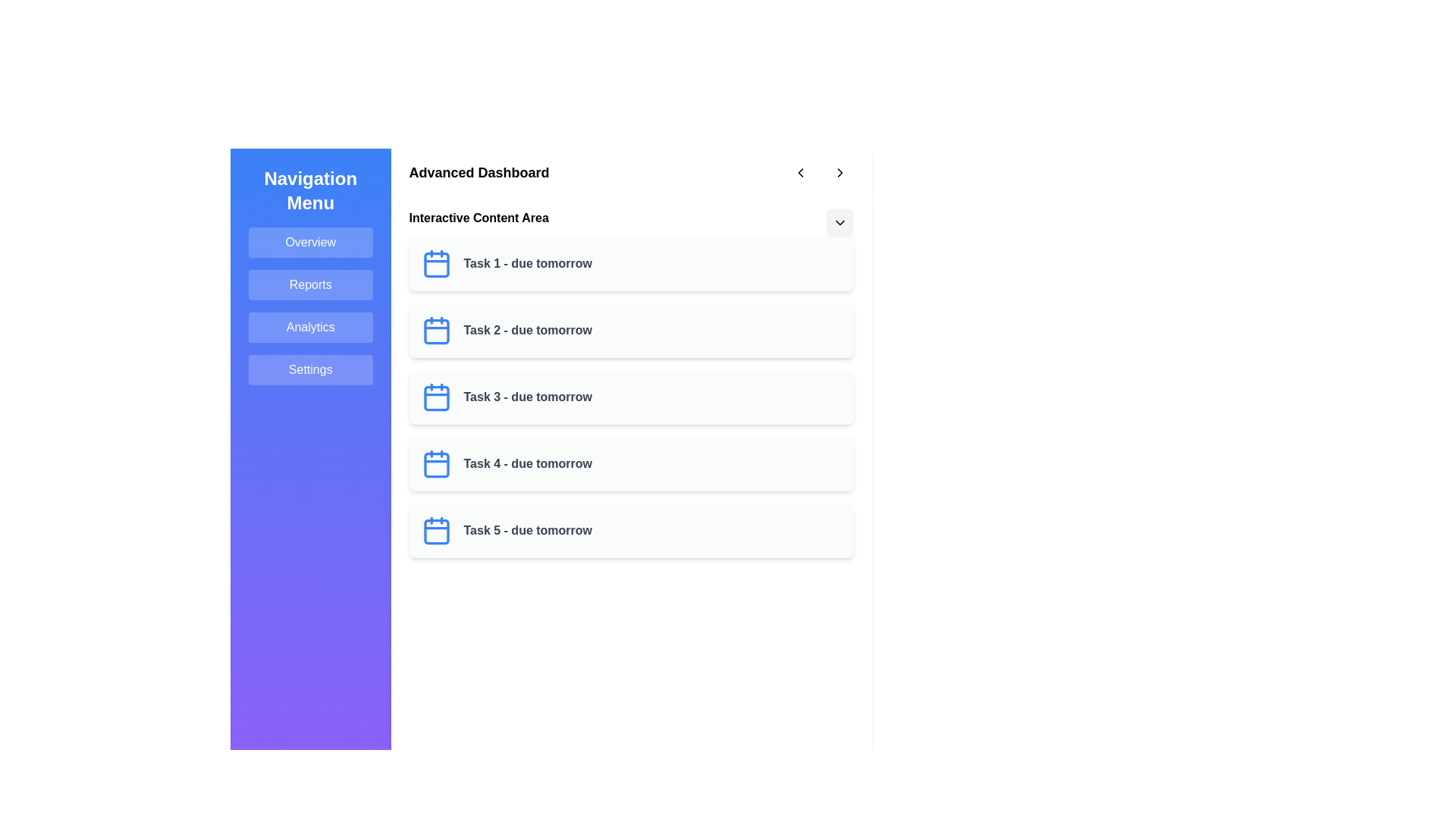  What do you see at coordinates (435, 463) in the screenshot?
I see `the icon located at the left side of the 'Task 4 - due tomorrow' item in the fourth row of the Advanced Dashboard to indicate its relation to a date or deadline` at bounding box center [435, 463].